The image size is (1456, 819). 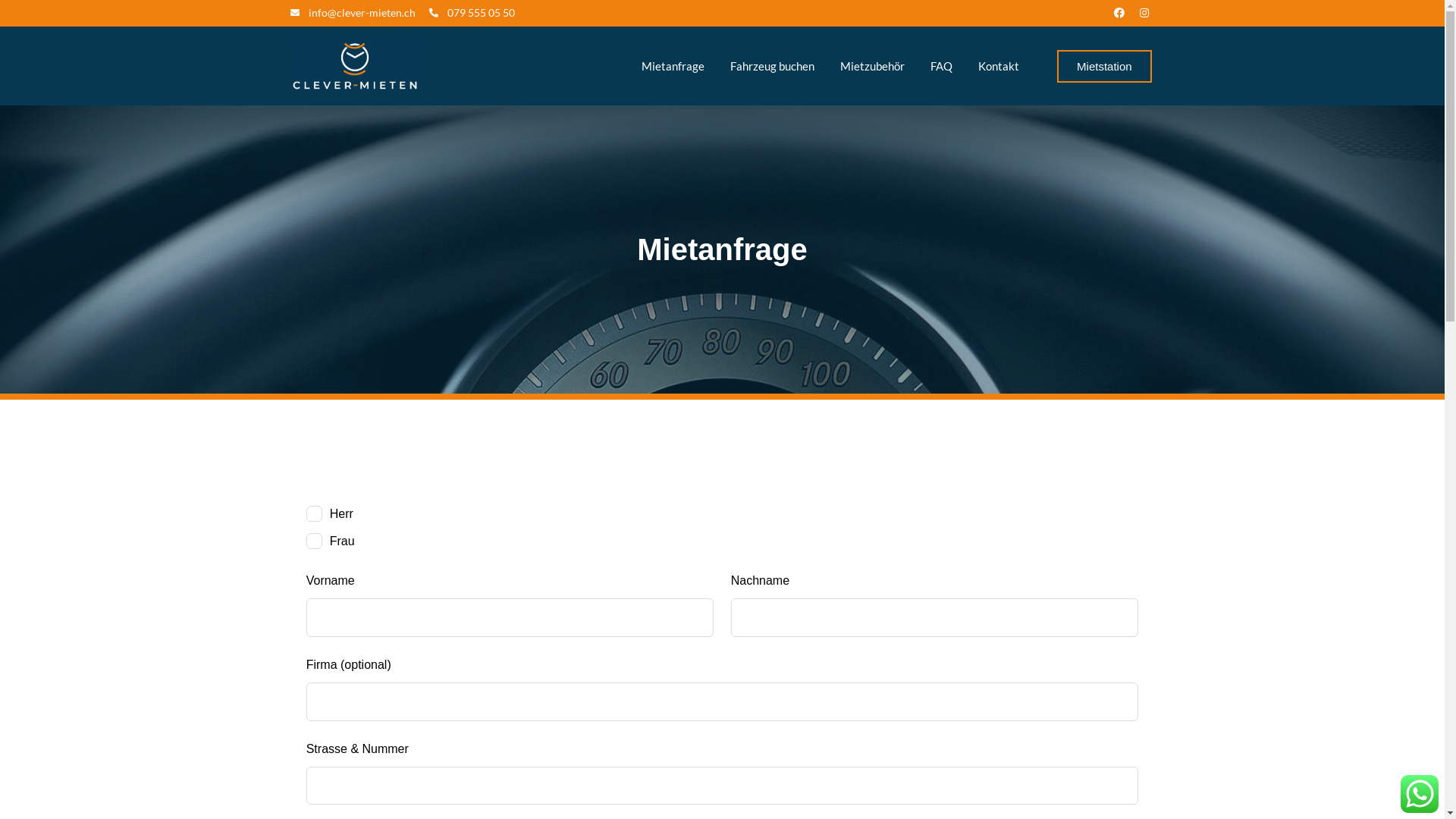 I want to click on 'Kontakt', so click(x=998, y=65).